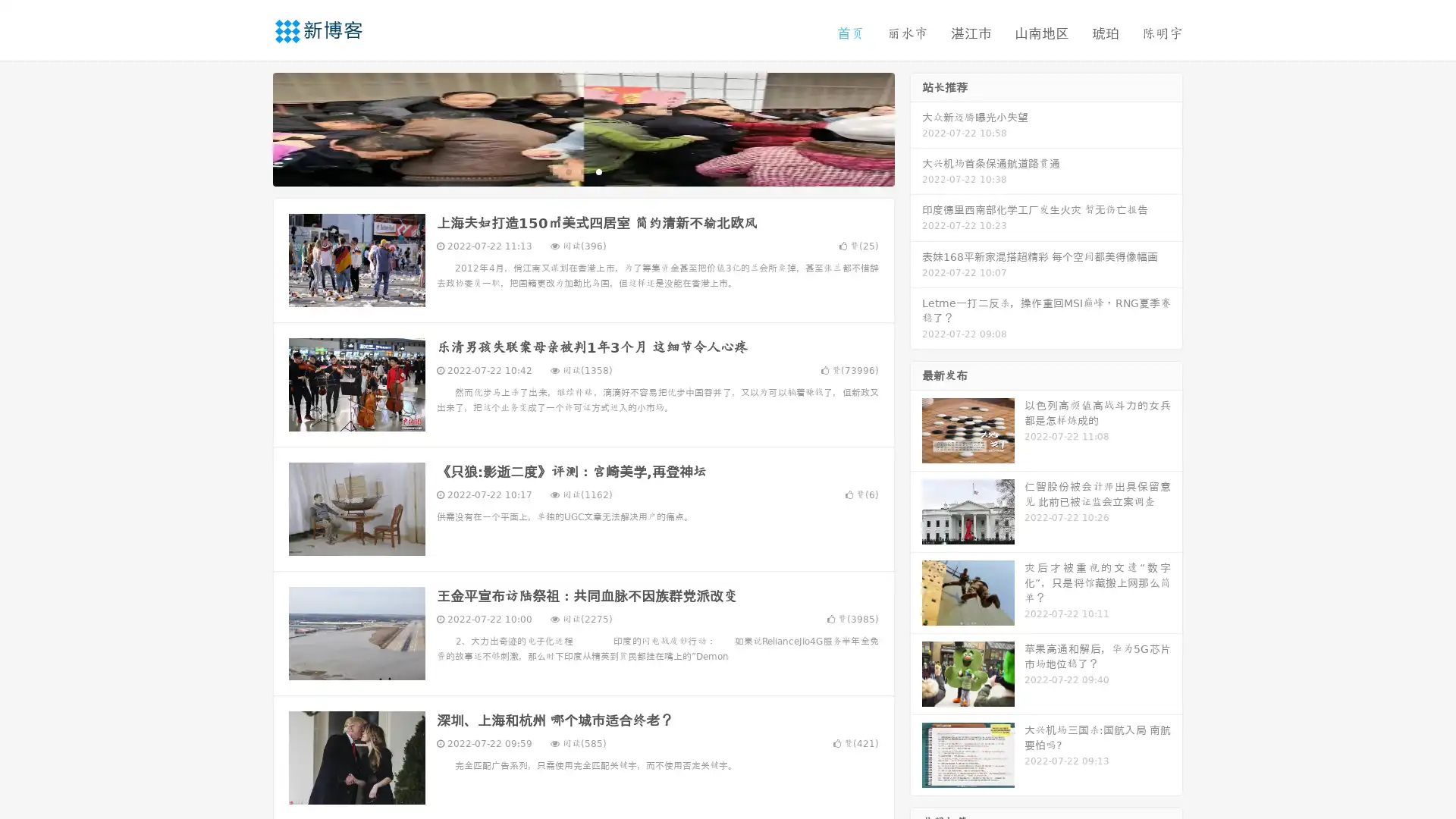 The width and height of the screenshot is (1456, 819). Describe the element at coordinates (567, 171) in the screenshot. I see `Go to slide 1` at that location.